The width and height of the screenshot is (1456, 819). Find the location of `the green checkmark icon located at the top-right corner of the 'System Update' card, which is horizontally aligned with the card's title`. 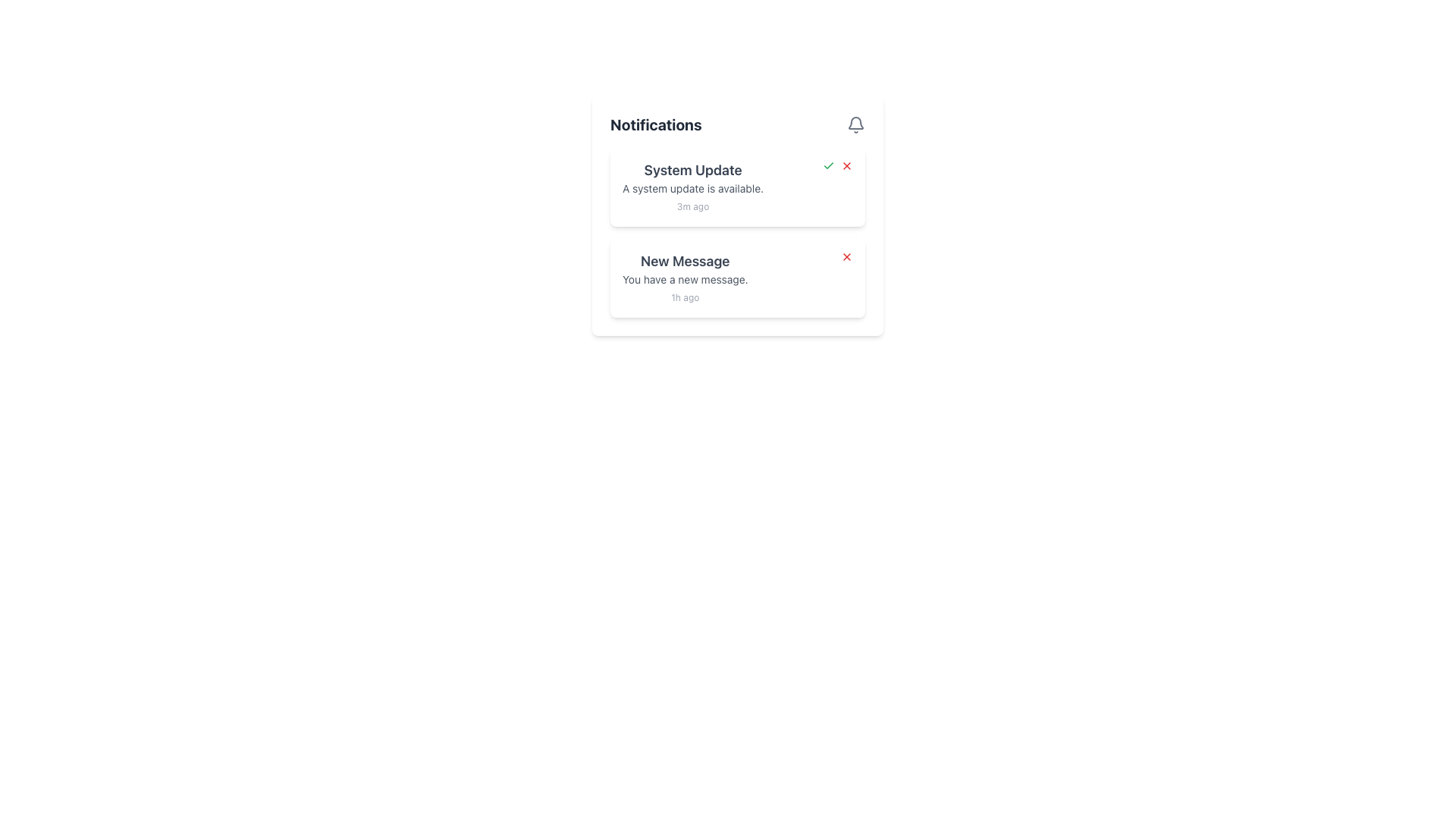

the green checkmark icon located at the top-right corner of the 'System Update' card, which is horizontally aligned with the card's title is located at coordinates (836, 166).